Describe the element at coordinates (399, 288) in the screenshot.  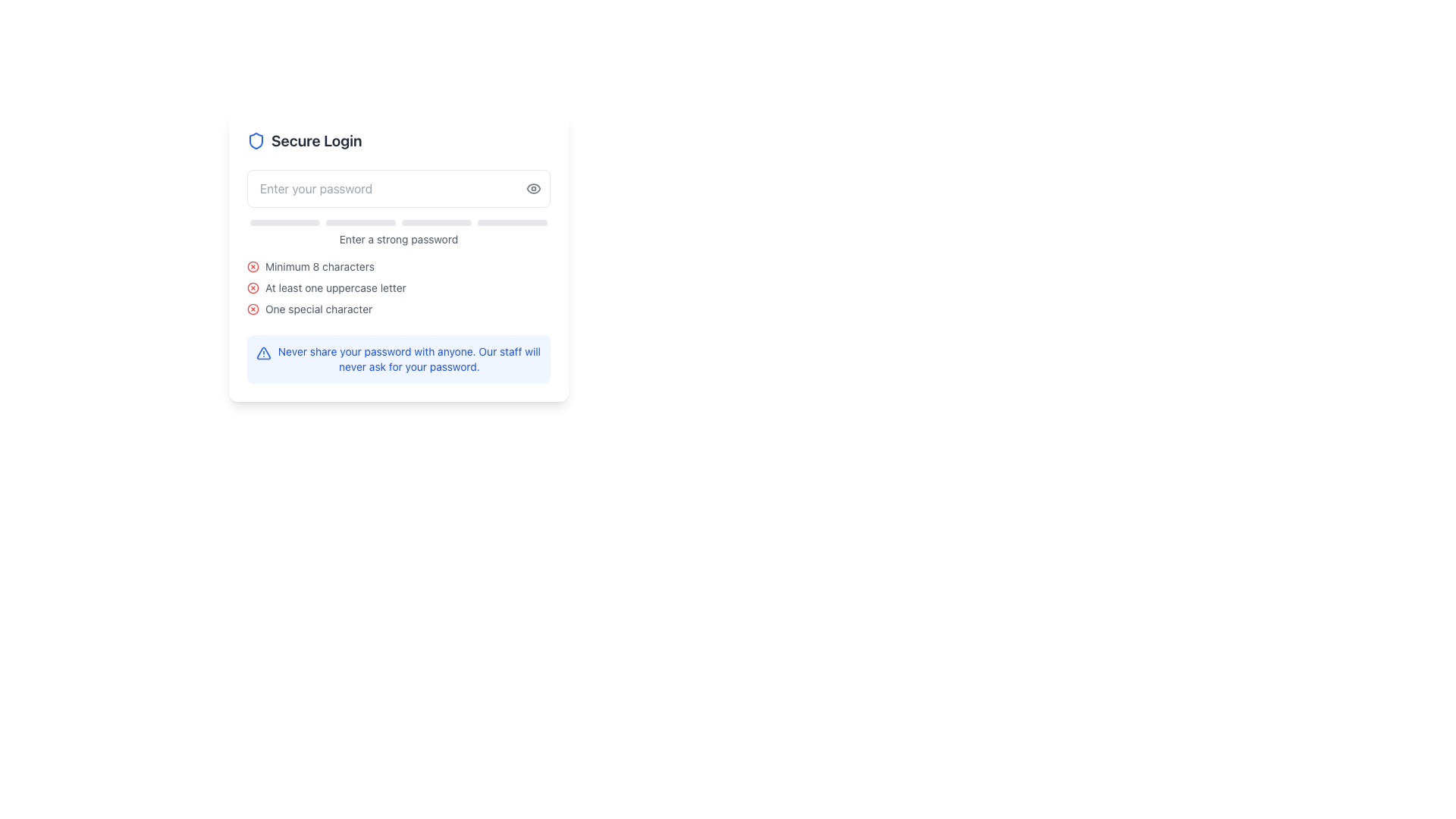
I see `the requirement status indicator text element, which informs users about the inclusion of at least one uppercase letter in the input` at that location.